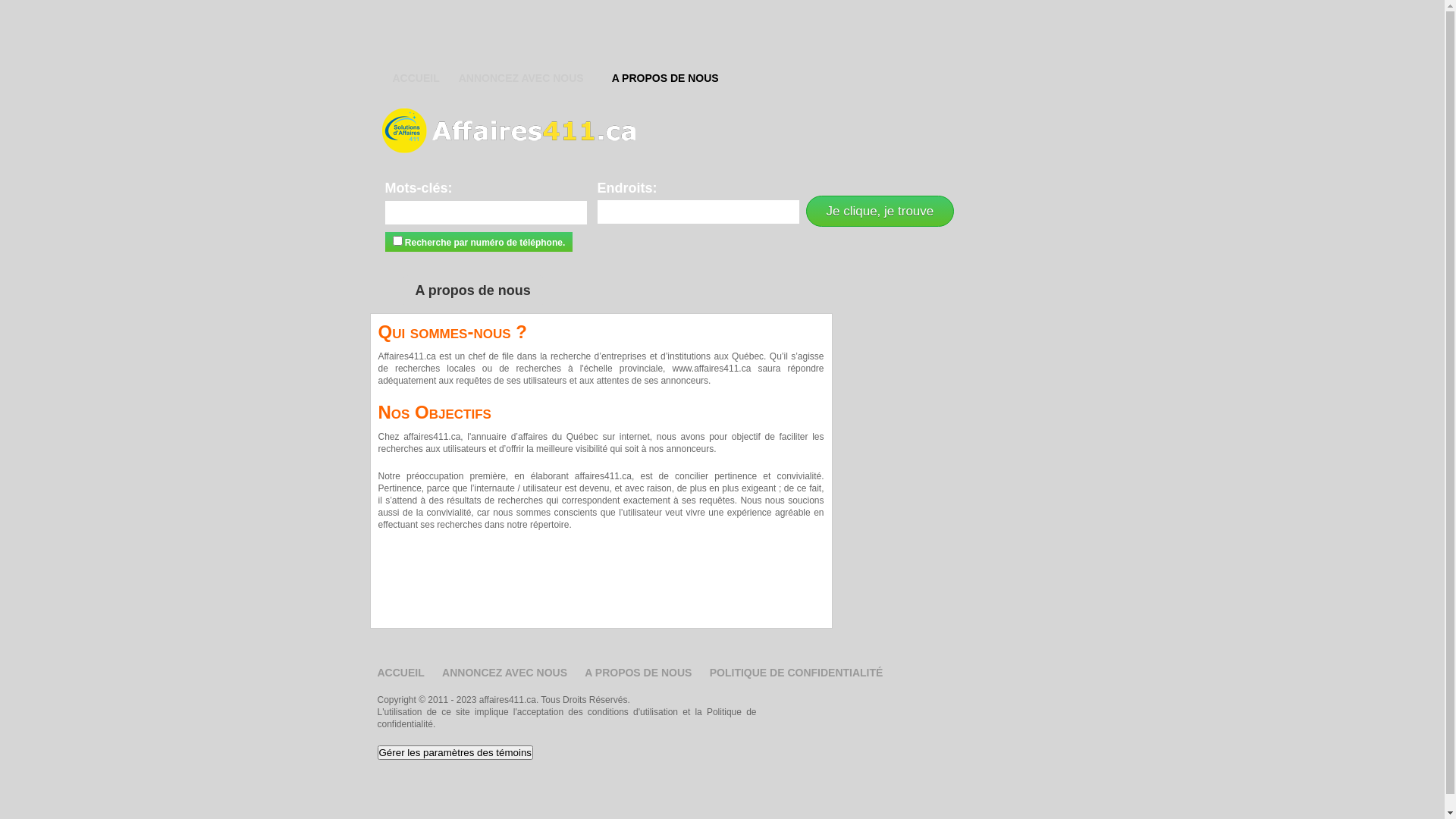 The image size is (1456, 819). I want to click on 'ACCUEIL', so click(416, 79).